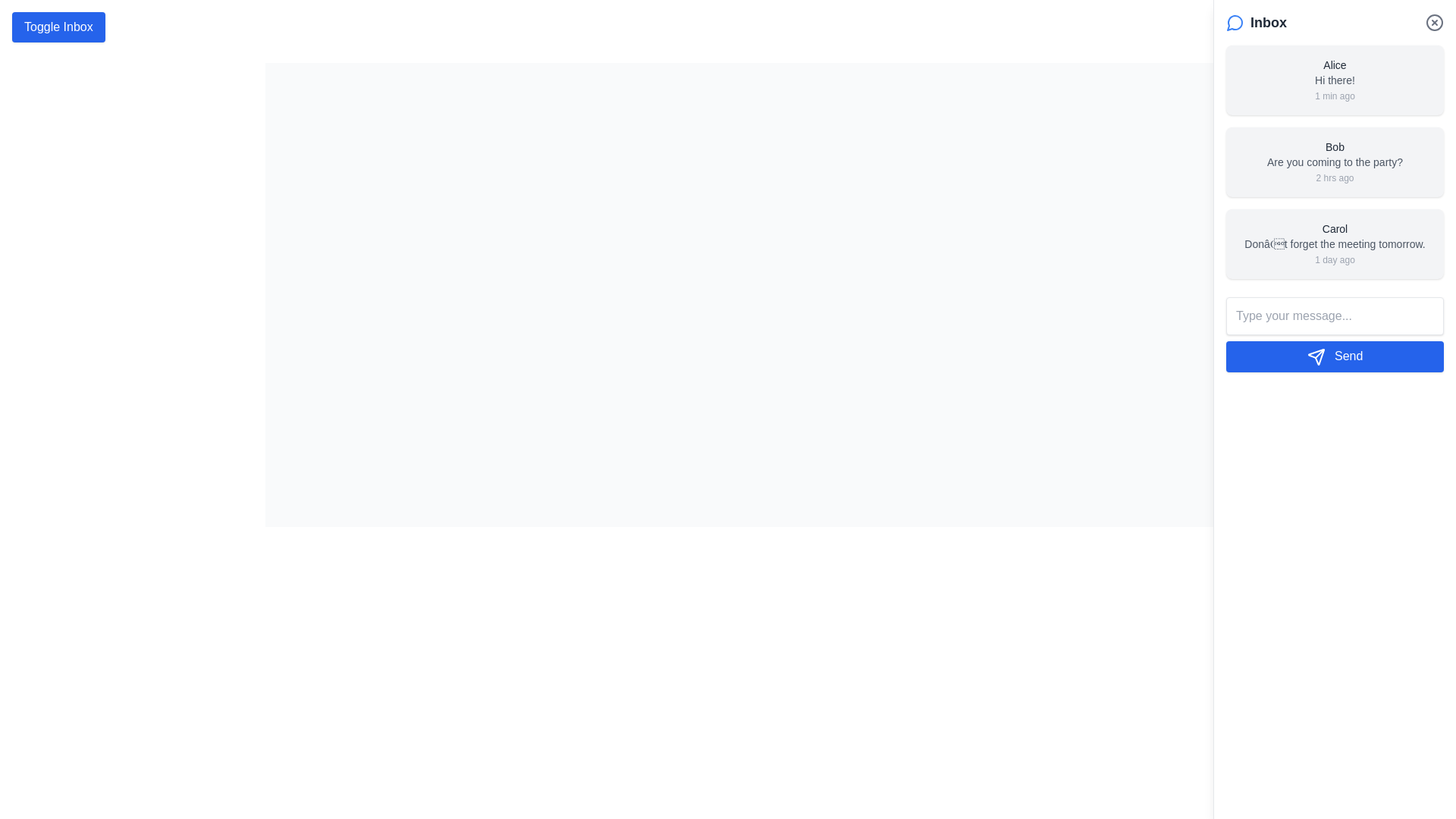 This screenshot has height=819, width=1456. I want to click on the time elapsed text label indicating when the message was received, which is located at the bottom-right corner of the message card below the sender's name ('Bob'), so click(1335, 177).